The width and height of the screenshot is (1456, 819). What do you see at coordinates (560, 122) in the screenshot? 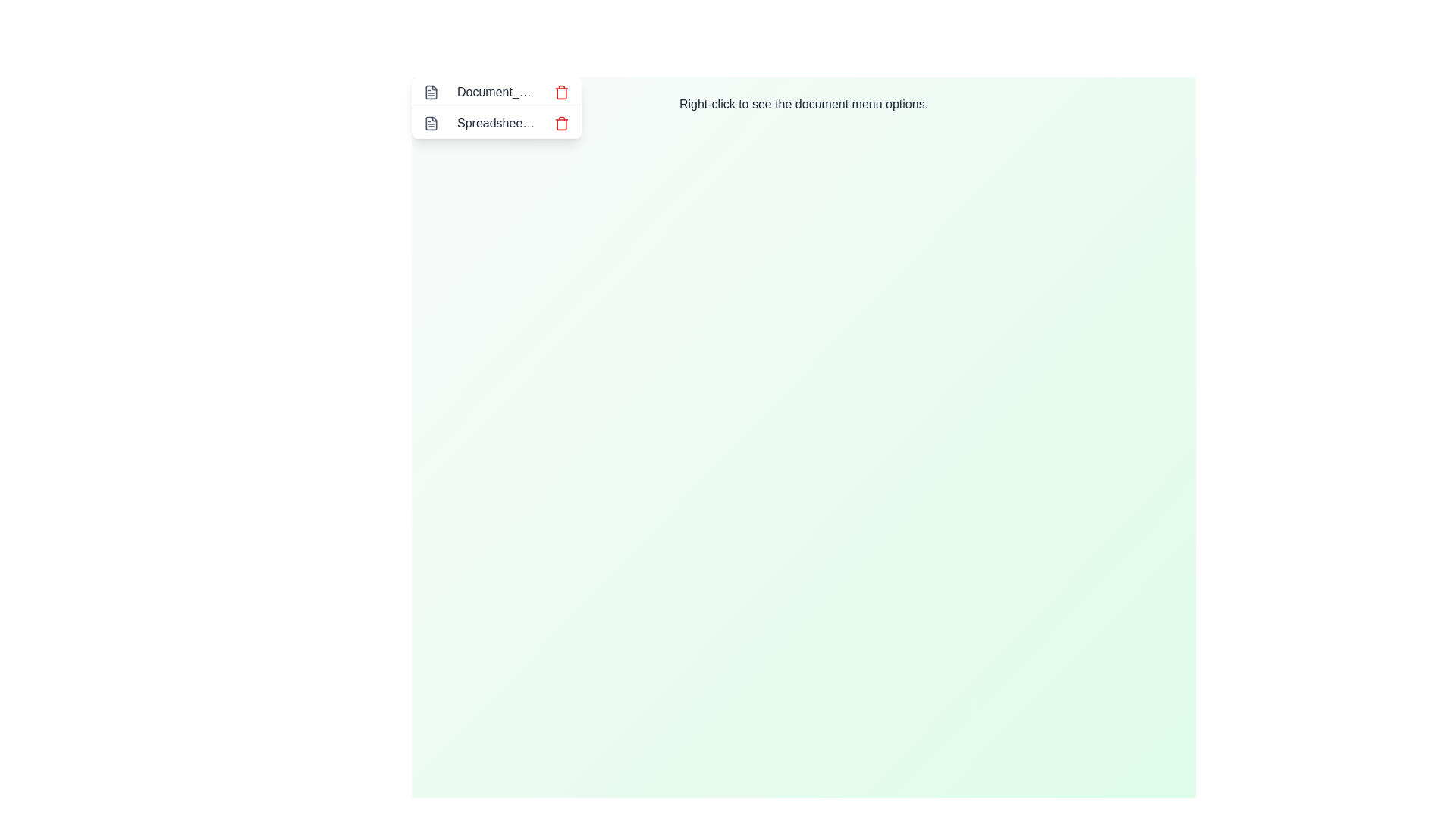
I see `the trash icon next to the document named Spreadsheet_B.xlsx to remove it from the list` at bounding box center [560, 122].